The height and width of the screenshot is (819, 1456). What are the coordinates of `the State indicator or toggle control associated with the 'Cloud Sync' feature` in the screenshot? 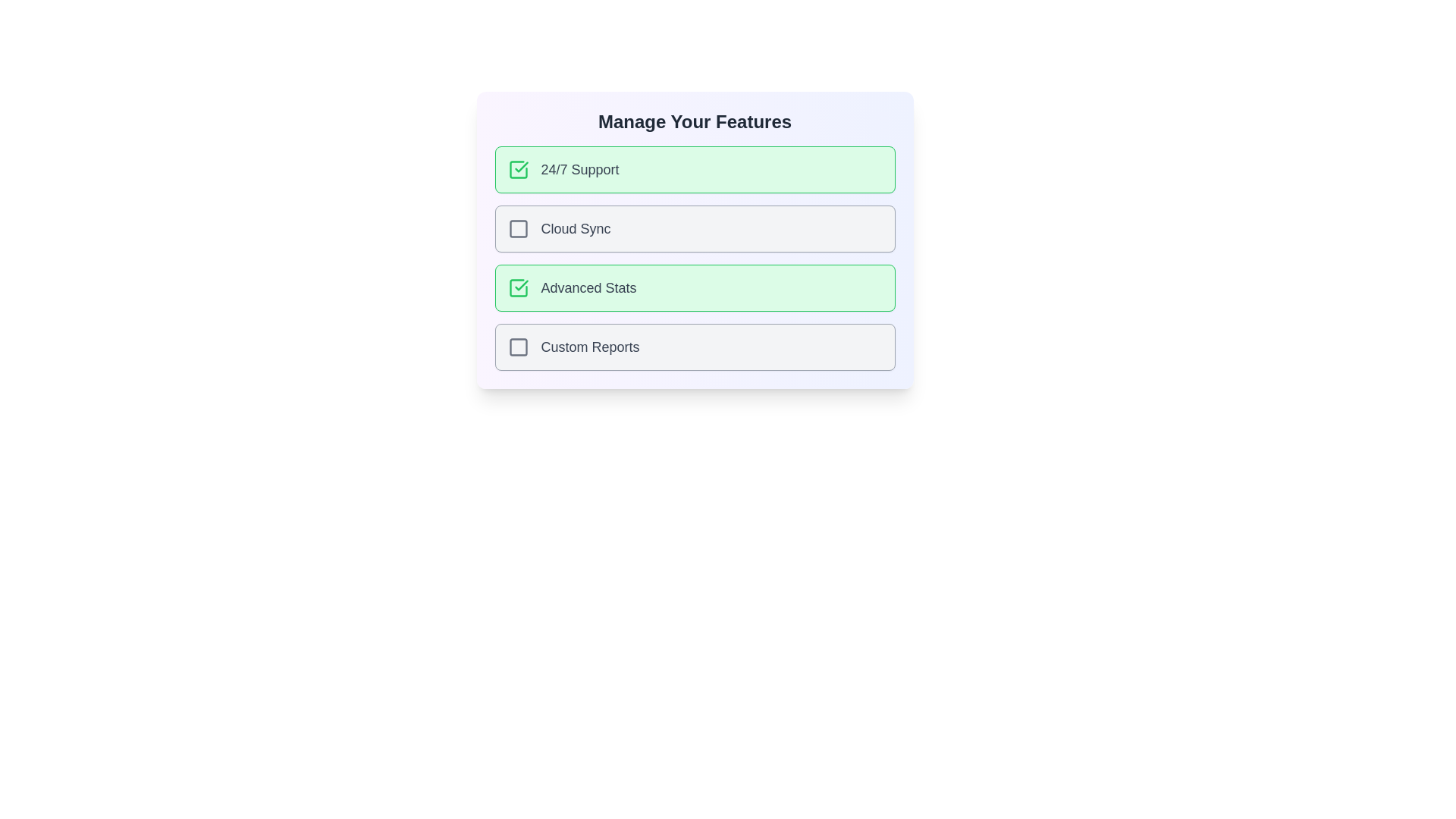 It's located at (518, 228).